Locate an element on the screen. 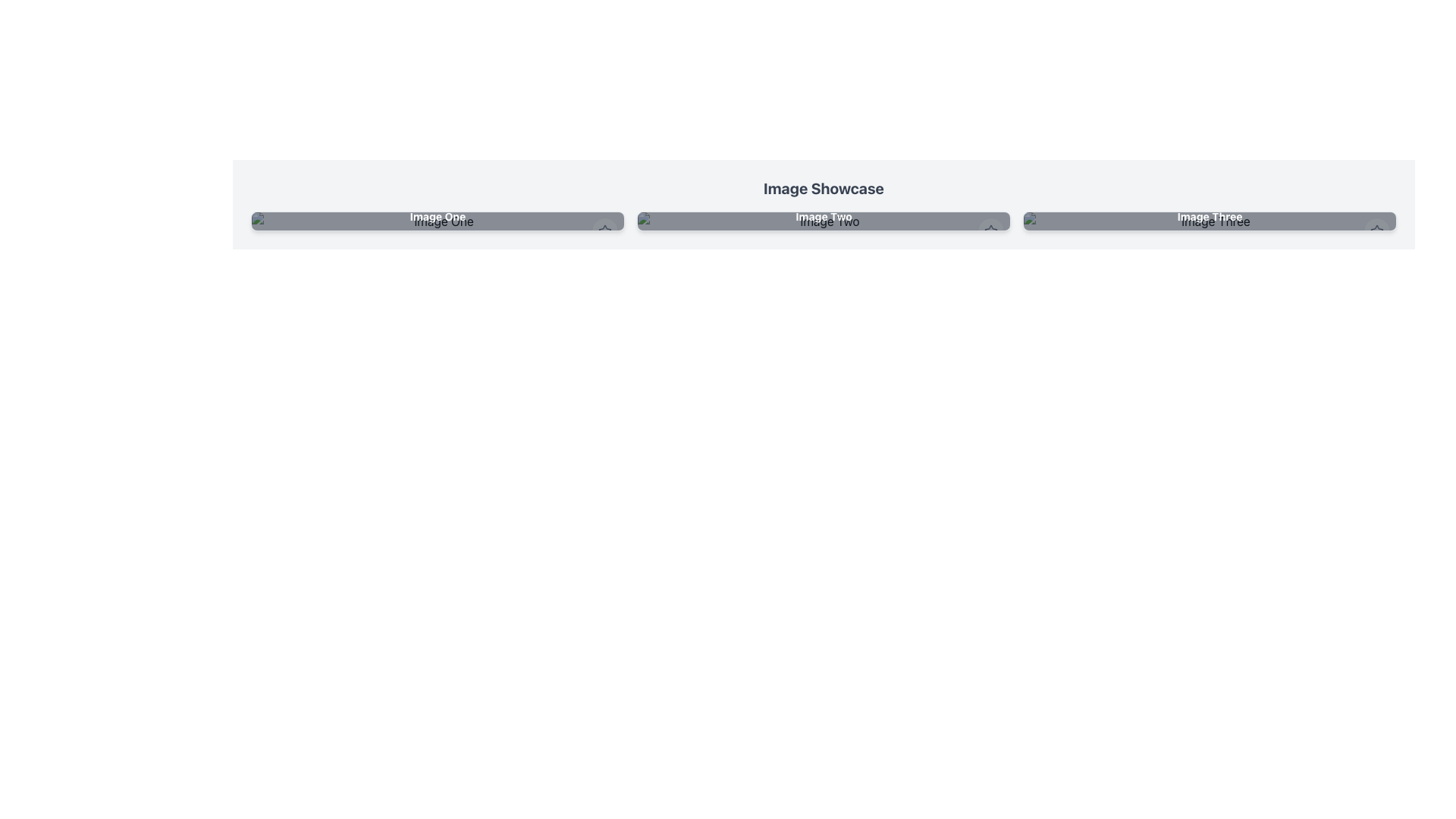  the star-shaped icon with a light gray color and thin hollow stroke located at the far right side of the third horizontal bar labeled 'Image Three' to potentially see additional information or a tooltip is located at coordinates (1376, 231).